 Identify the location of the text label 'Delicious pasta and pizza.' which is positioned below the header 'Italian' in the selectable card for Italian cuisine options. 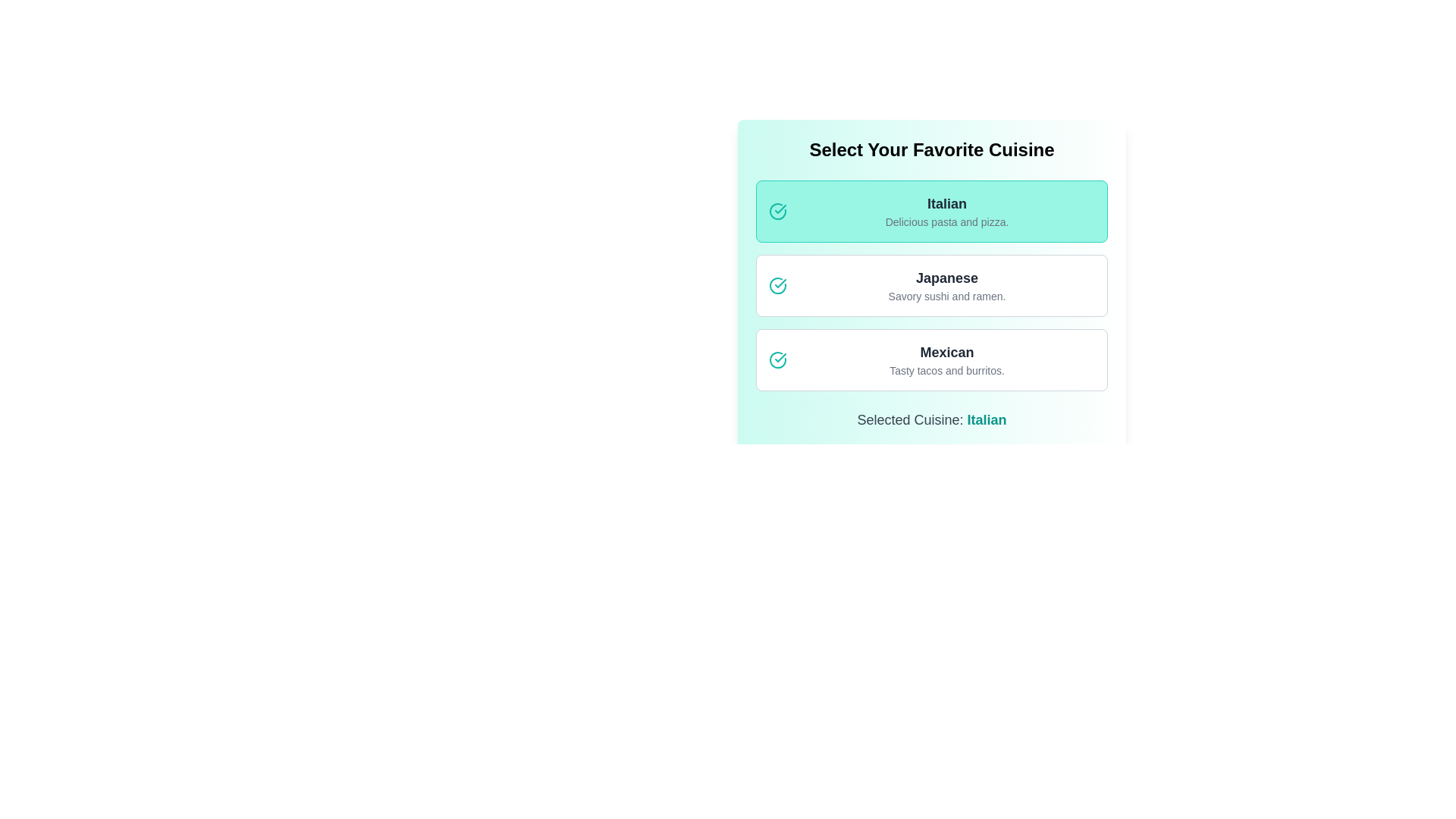
(946, 222).